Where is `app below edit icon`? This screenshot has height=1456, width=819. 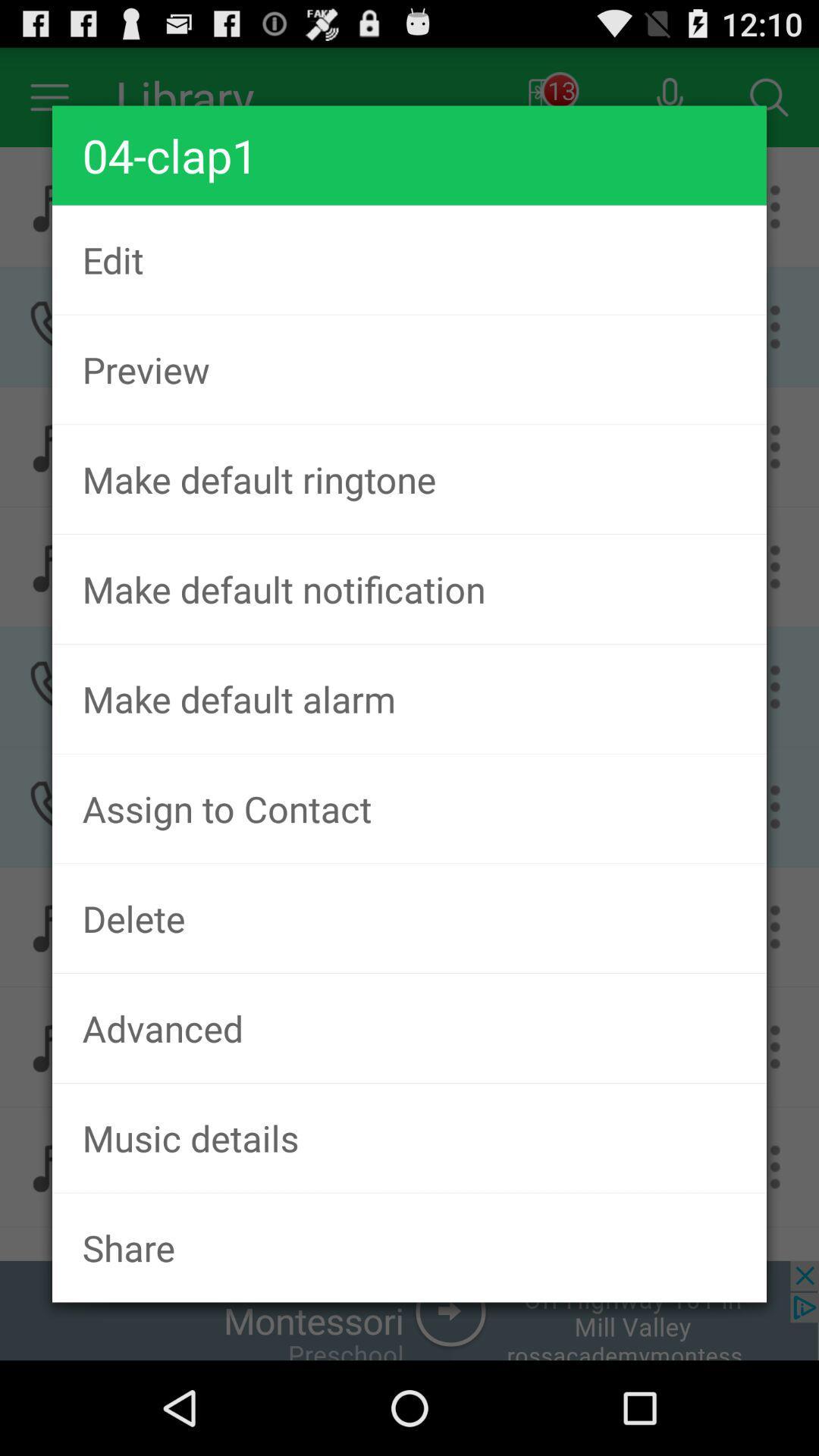
app below edit icon is located at coordinates (409, 369).